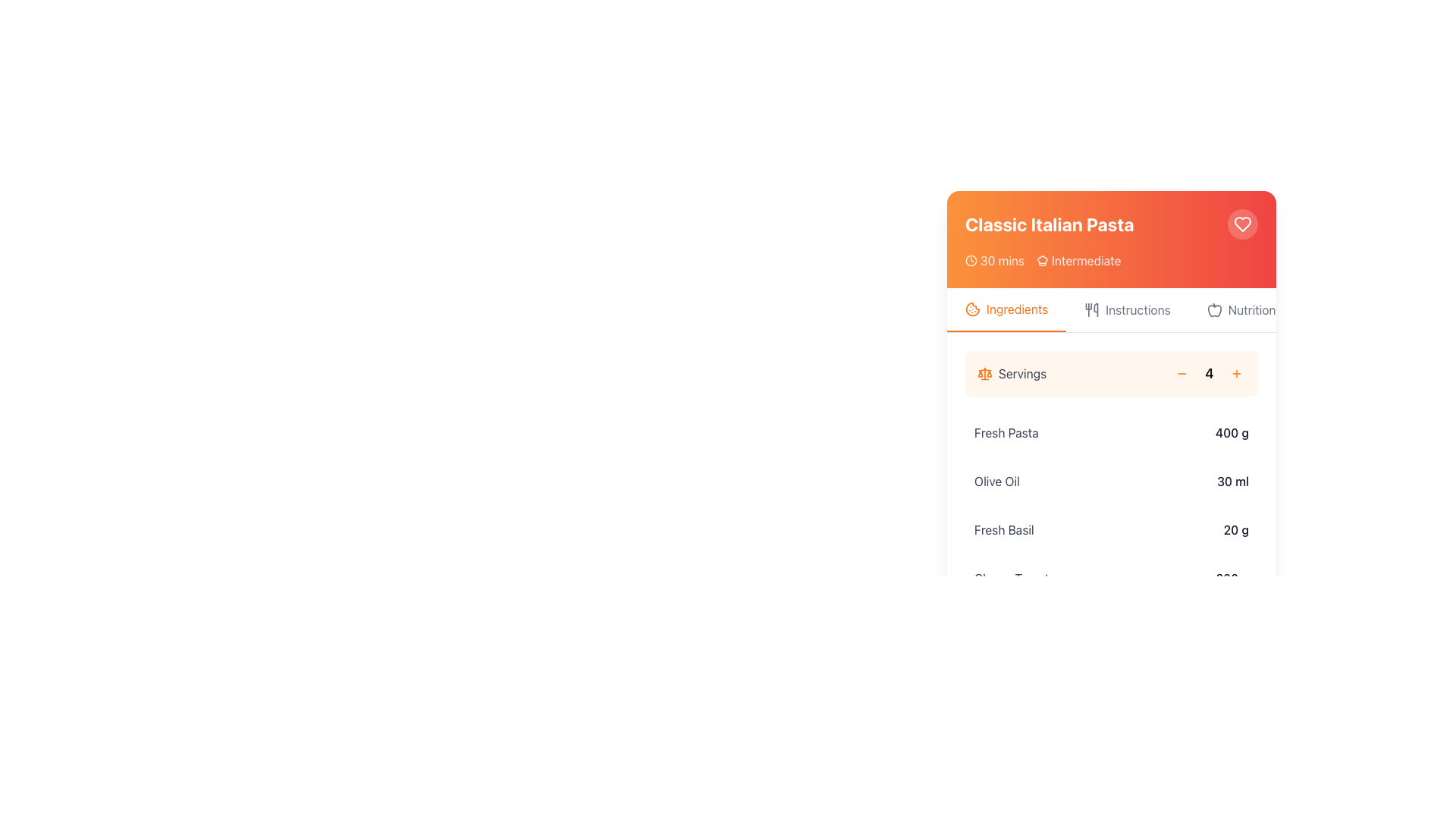  What do you see at coordinates (1017, 309) in the screenshot?
I see `the 'Ingredients' tab label` at bounding box center [1017, 309].